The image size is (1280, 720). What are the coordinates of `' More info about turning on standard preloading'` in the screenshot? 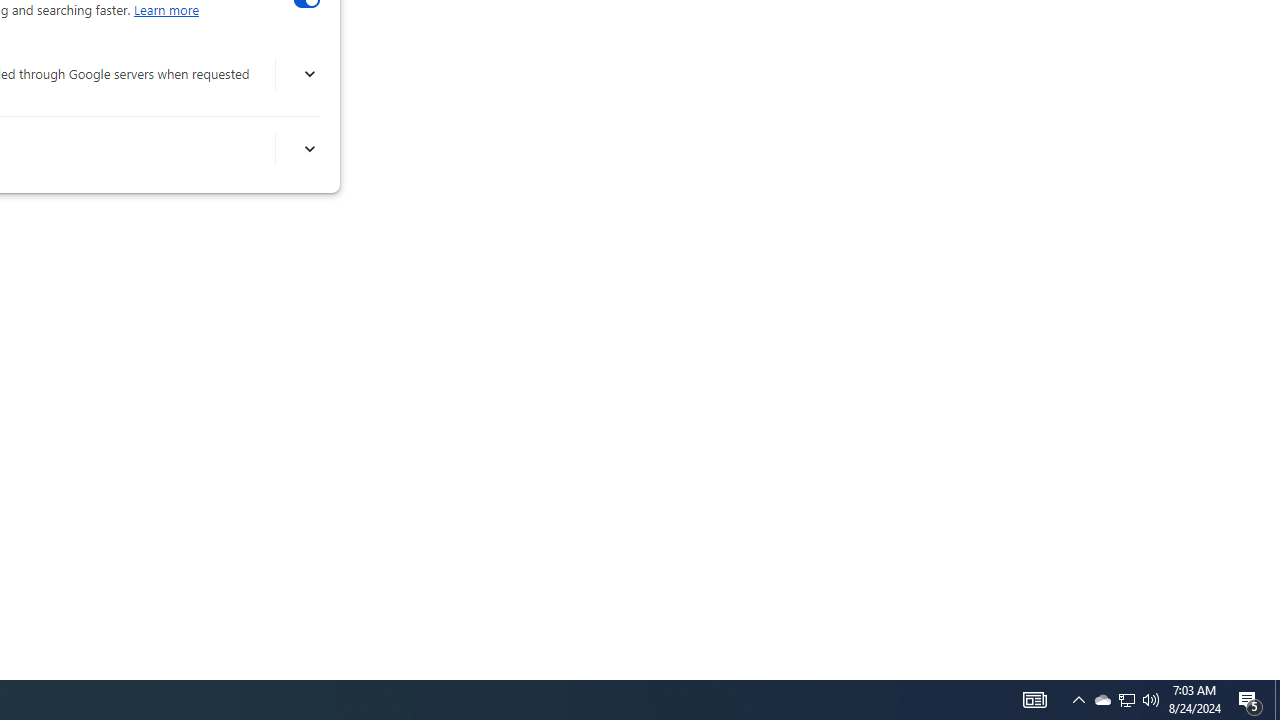 It's located at (308, 148).